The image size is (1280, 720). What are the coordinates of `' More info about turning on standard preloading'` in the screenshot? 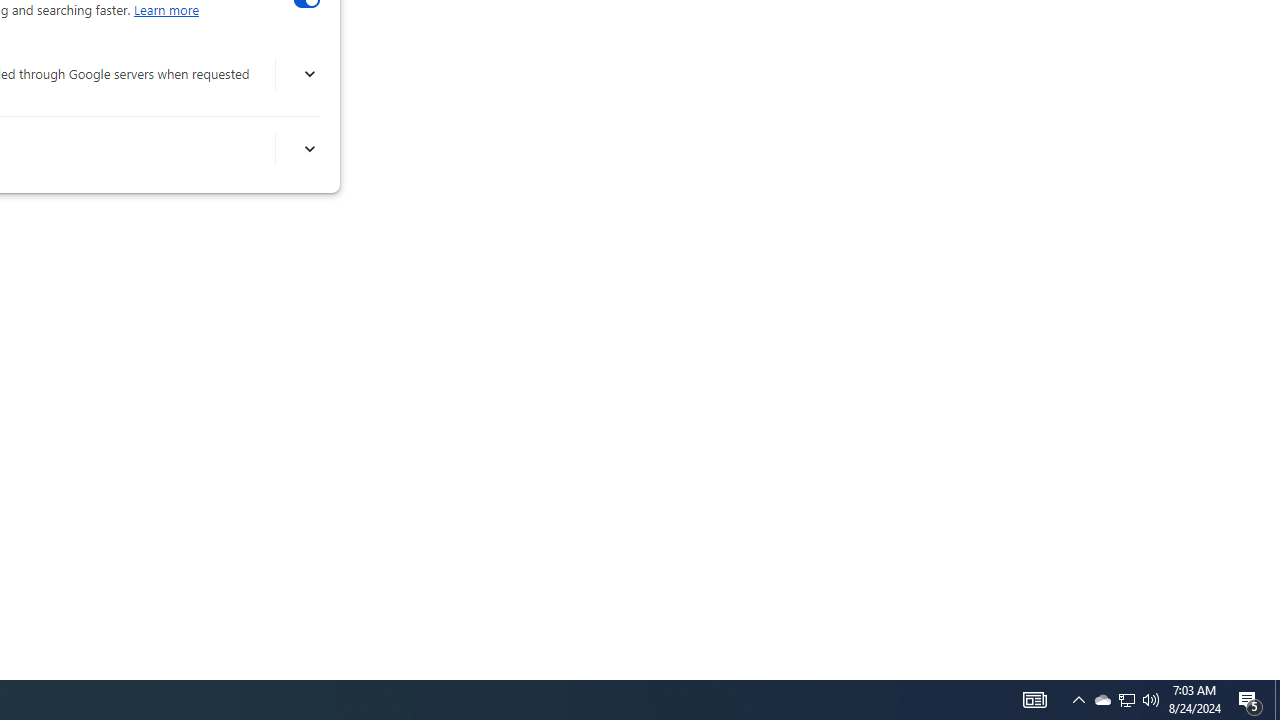 It's located at (308, 148).